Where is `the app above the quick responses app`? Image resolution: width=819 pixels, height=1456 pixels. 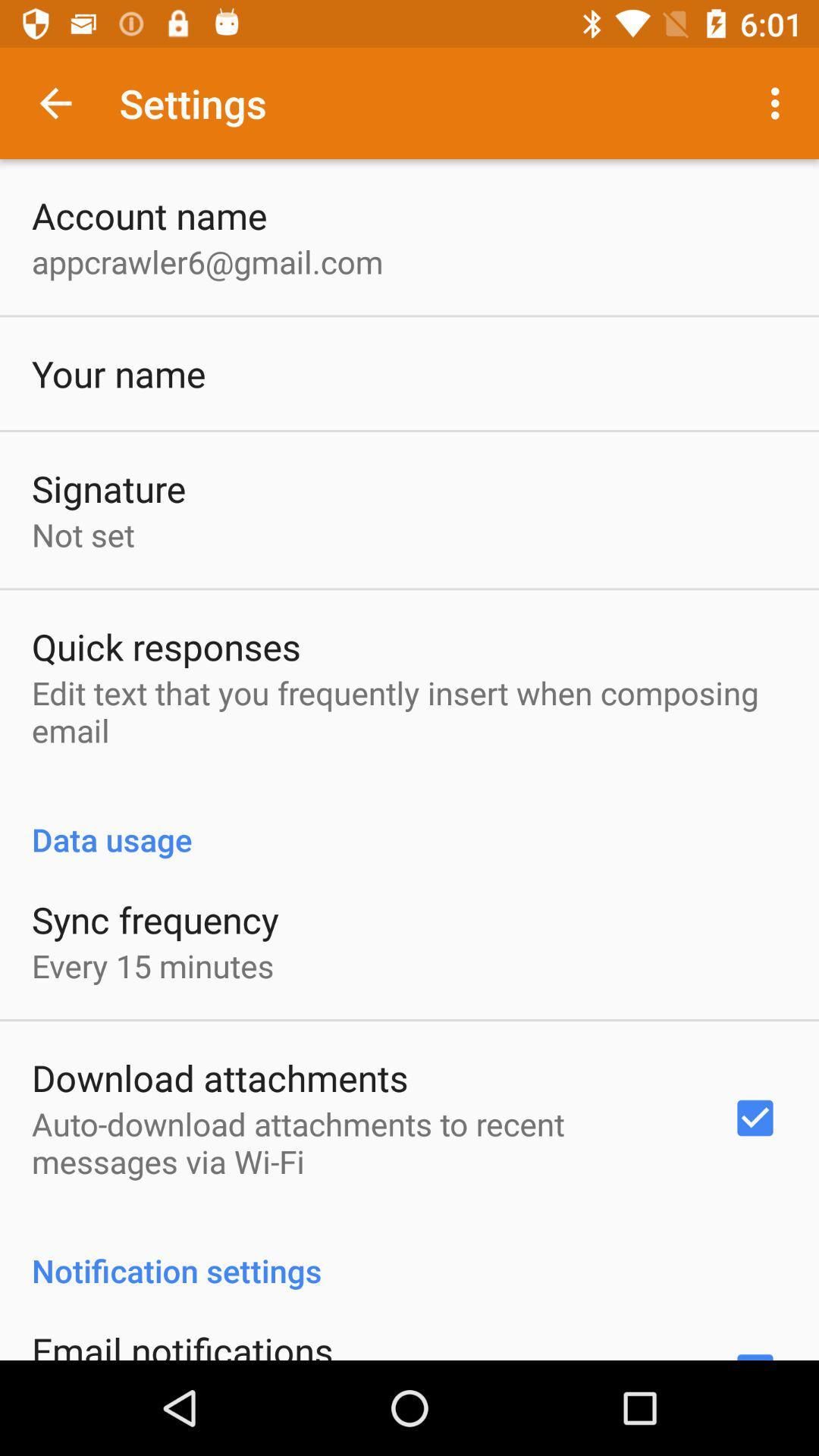 the app above the quick responses app is located at coordinates (83, 535).